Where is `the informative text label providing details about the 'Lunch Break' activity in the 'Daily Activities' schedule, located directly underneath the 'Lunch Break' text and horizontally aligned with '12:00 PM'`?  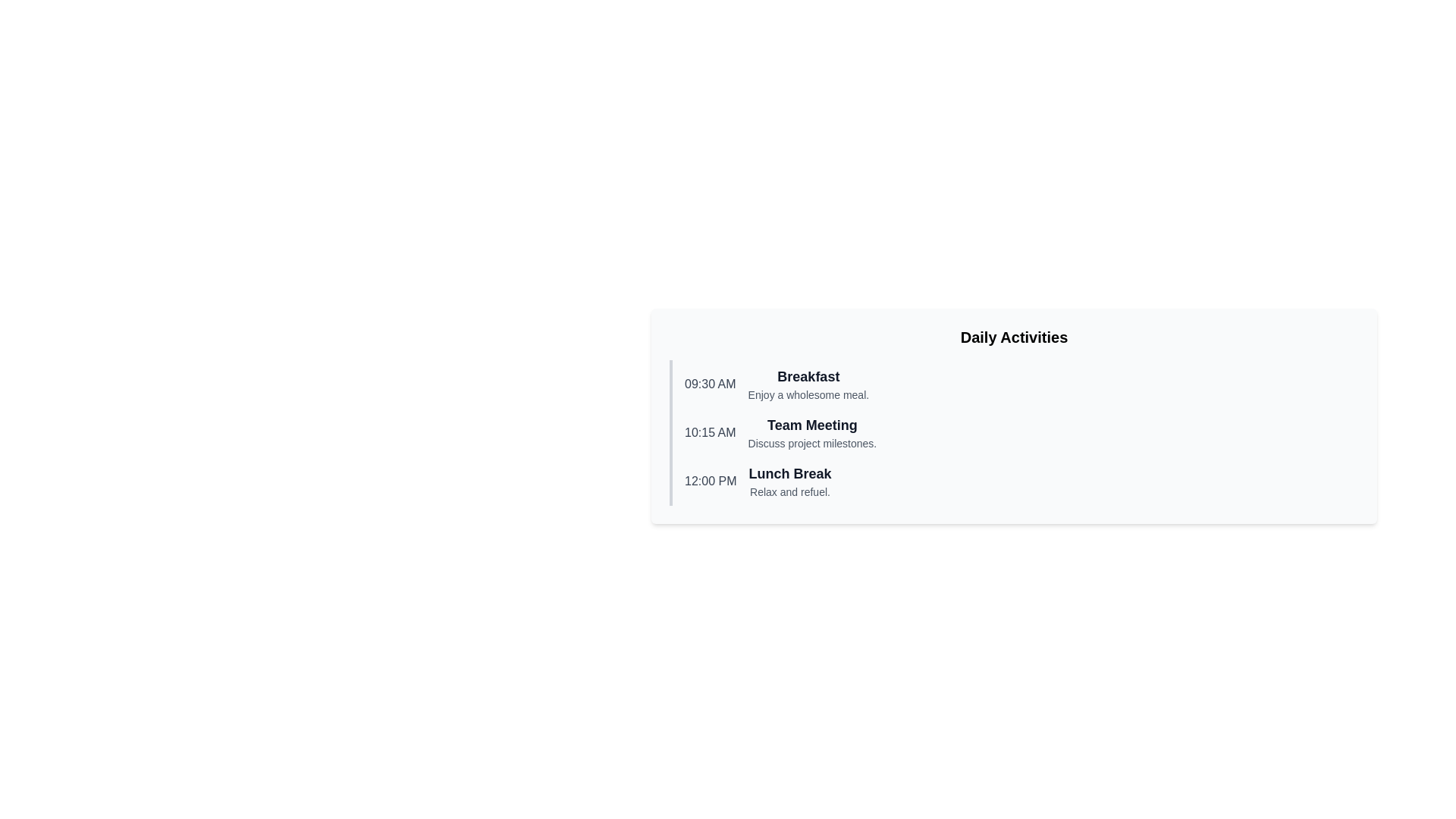 the informative text label providing details about the 'Lunch Break' activity in the 'Daily Activities' schedule, located directly underneath the 'Lunch Break' text and horizontally aligned with '12:00 PM' is located at coordinates (789, 491).